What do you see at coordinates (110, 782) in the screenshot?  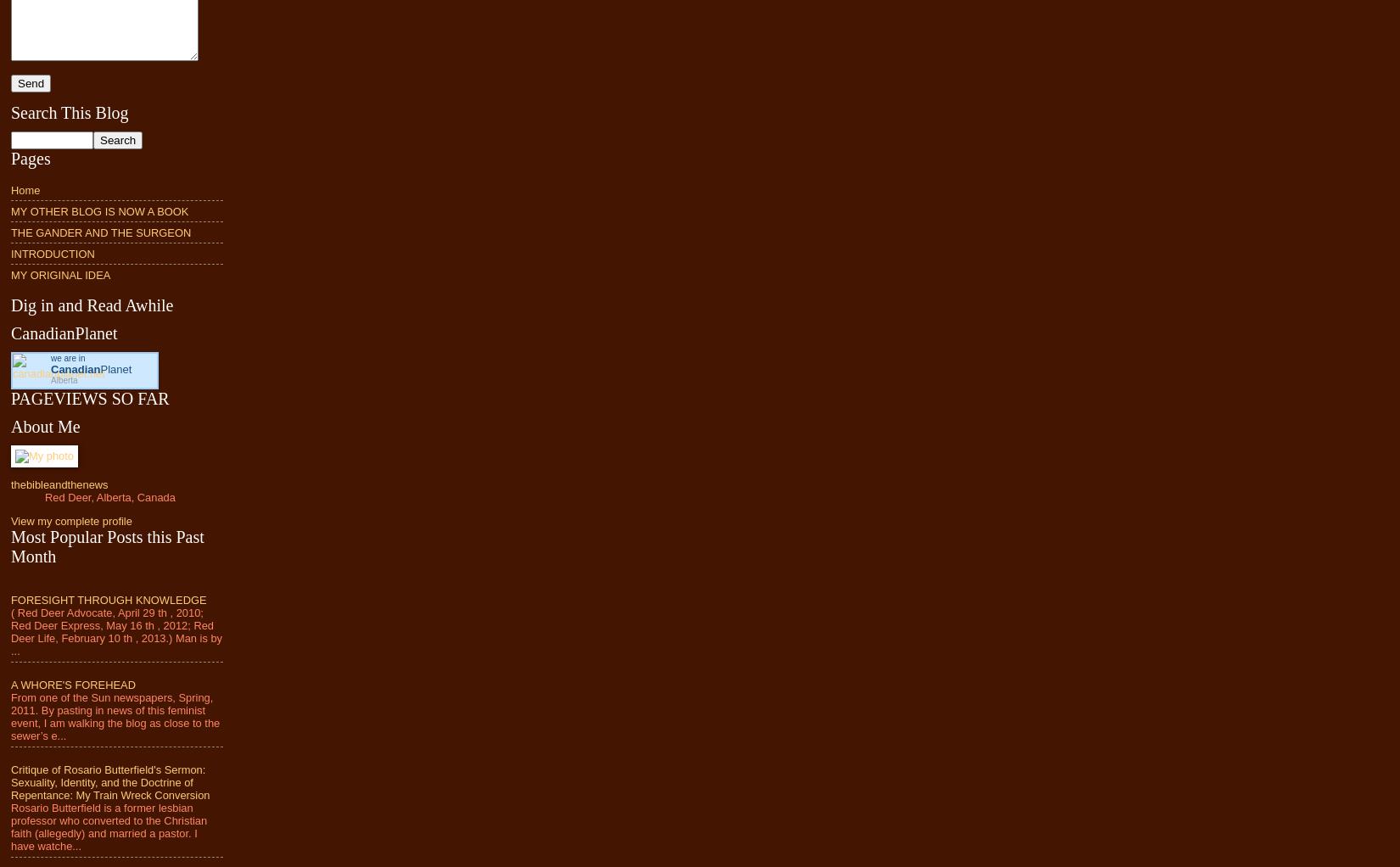 I see `'Critique of Rosario Butterfield's Sermon: Sexuality, Identity, and the Doctrine of Repentance: My Train Wreck Conversion'` at bounding box center [110, 782].